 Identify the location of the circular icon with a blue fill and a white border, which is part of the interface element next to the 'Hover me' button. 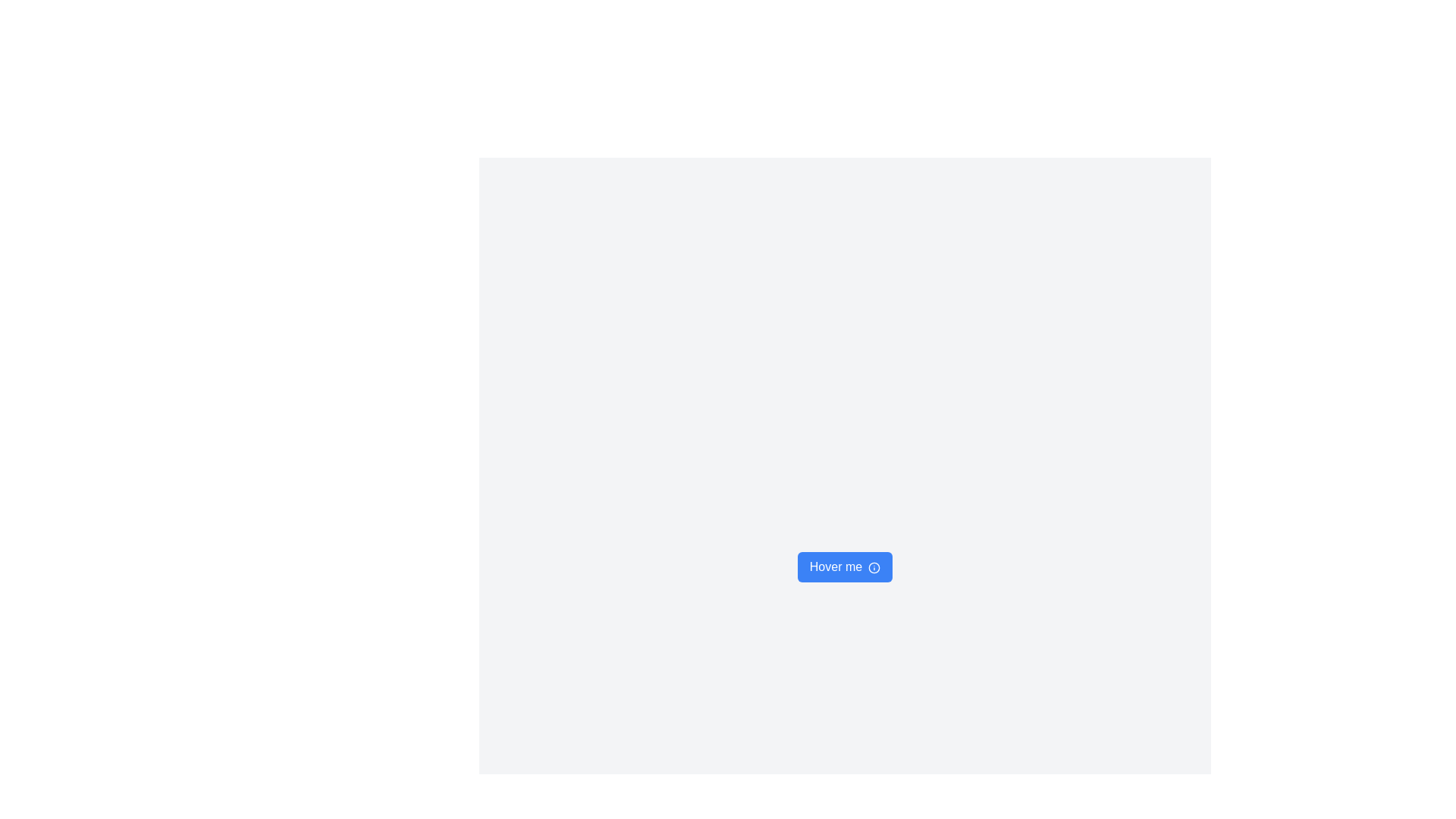
(874, 567).